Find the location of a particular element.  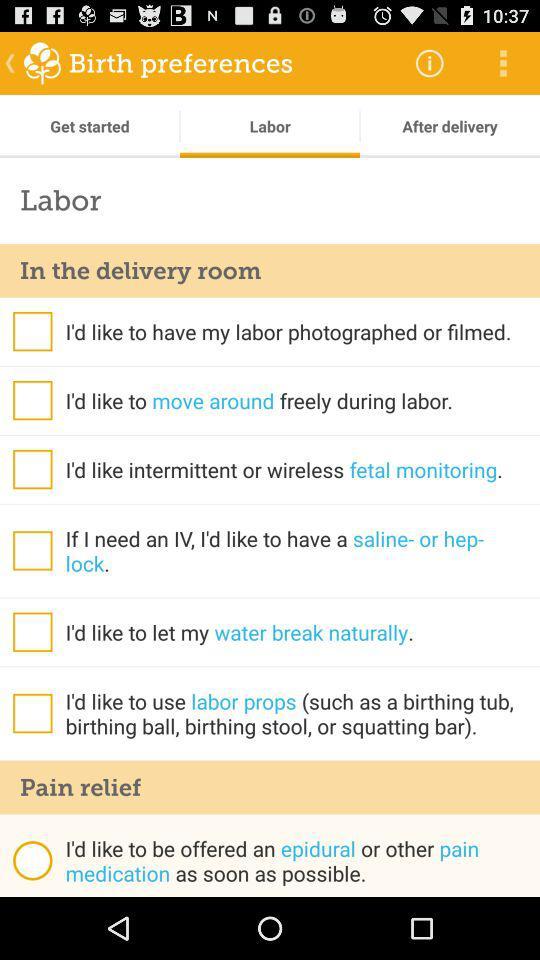

the in the delivery item is located at coordinates (270, 269).